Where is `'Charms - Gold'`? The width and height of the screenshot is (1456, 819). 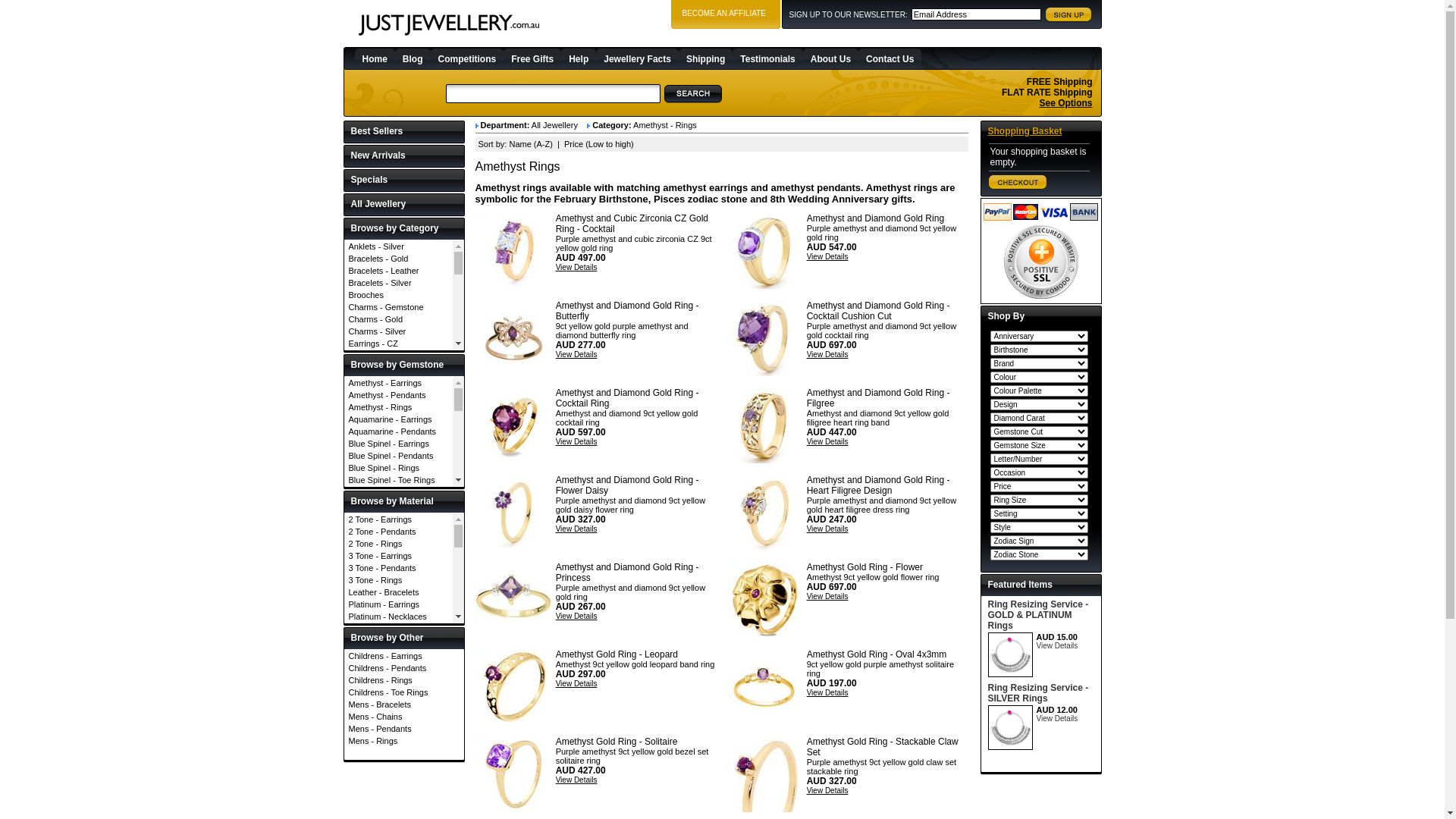
'Charms - Gold' is located at coordinates (398, 318).